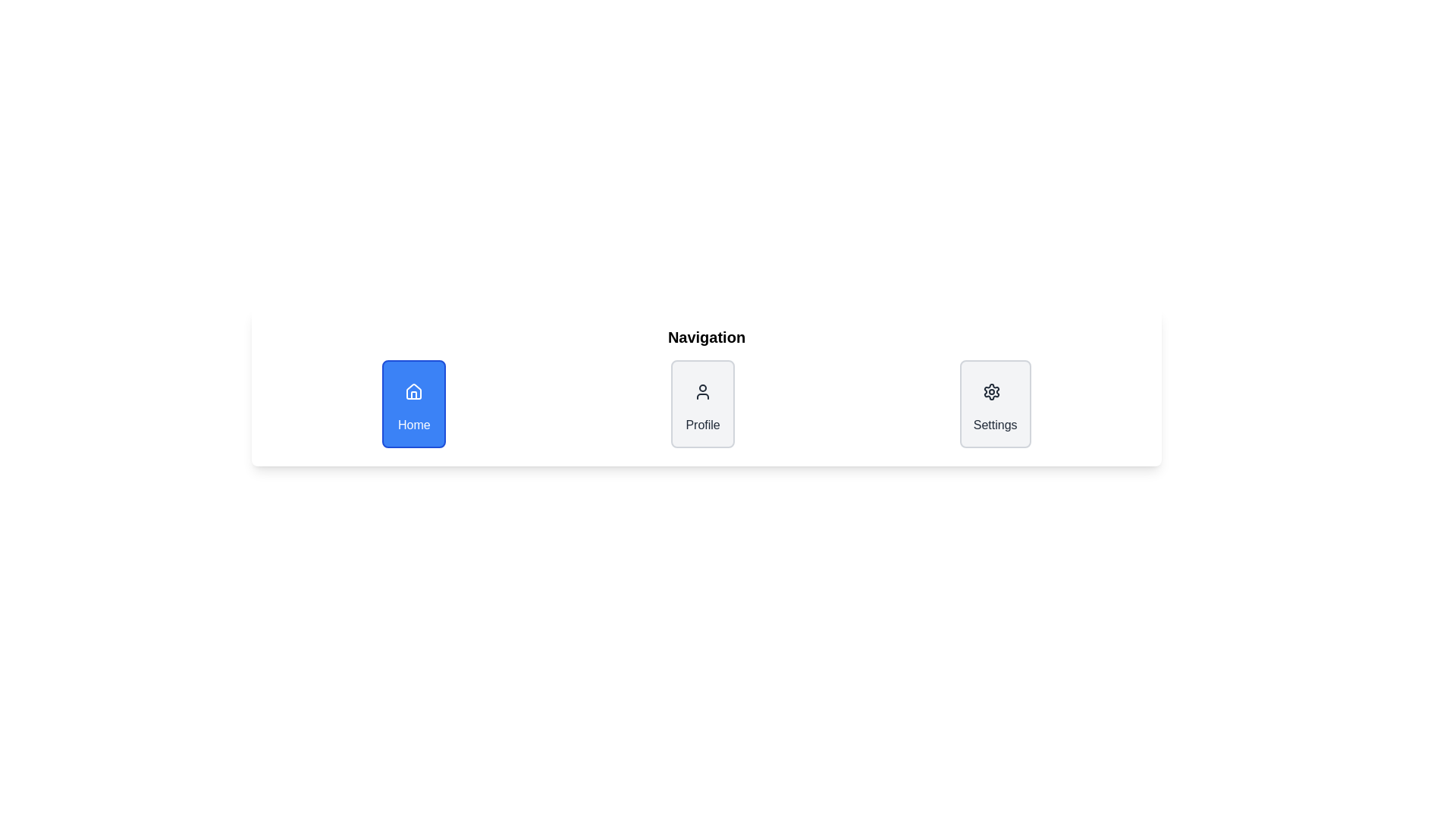  Describe the element at coordinates (995, 425) in the screenshot. I see `the 'Settings' text label displayed in dark-gray within a light-gray rectangular area` at that location.